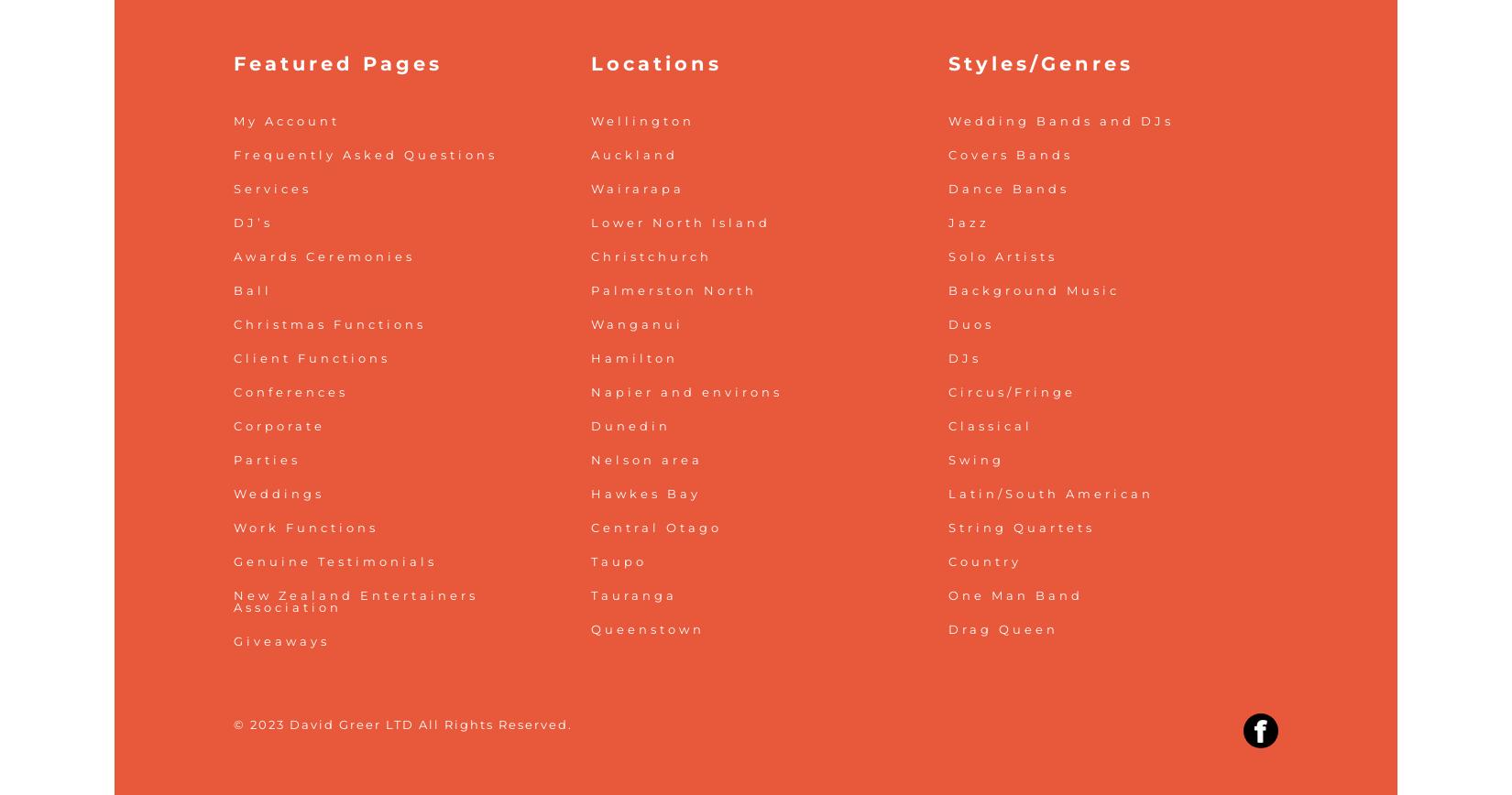 The image size is (1512, 795). I want to click on 'Tauranga', so click(633, 594).